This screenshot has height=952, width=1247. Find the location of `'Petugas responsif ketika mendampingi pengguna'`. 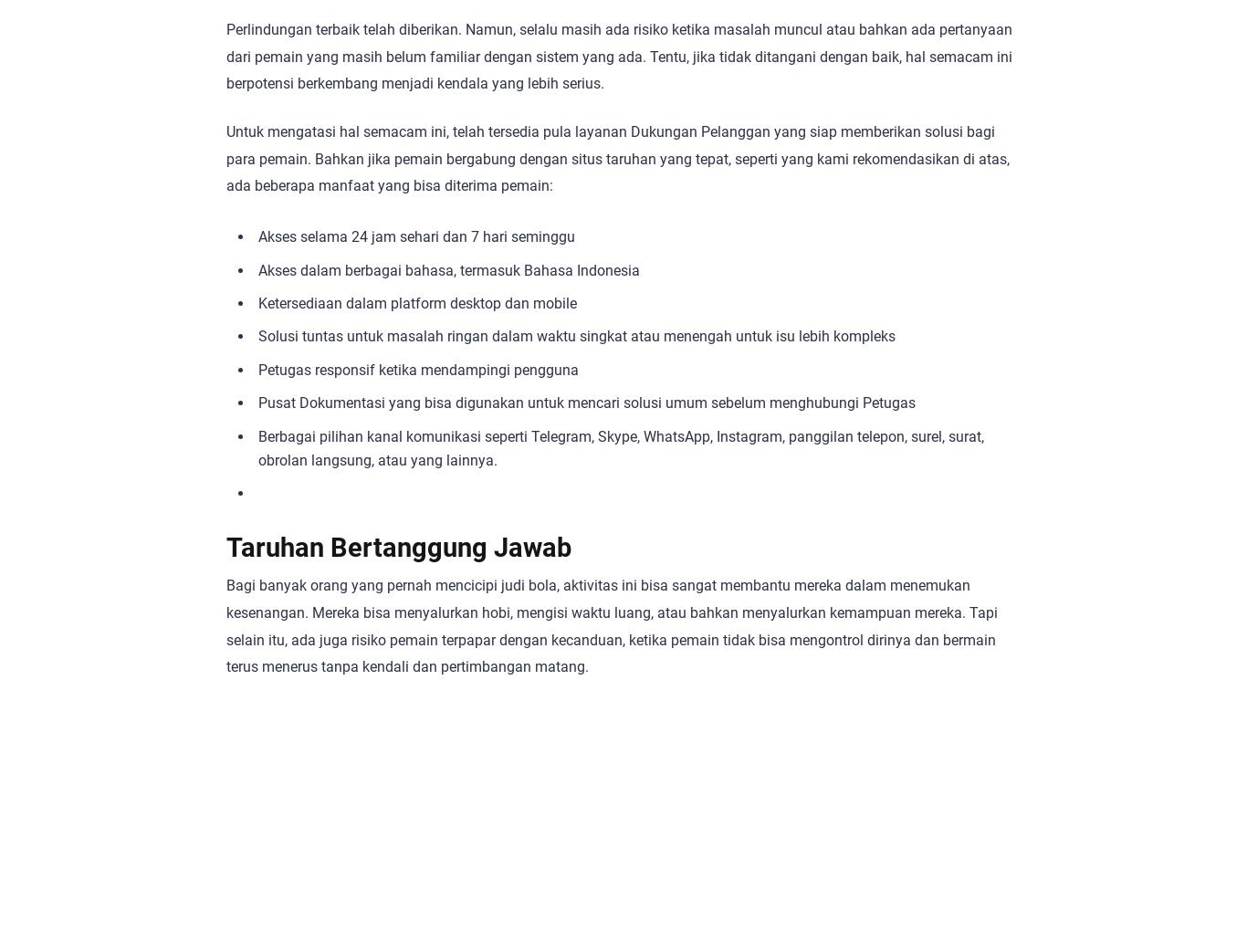

'Petugas responsif ketika mendampingi pengguna' is located at coordinates (418, 369).